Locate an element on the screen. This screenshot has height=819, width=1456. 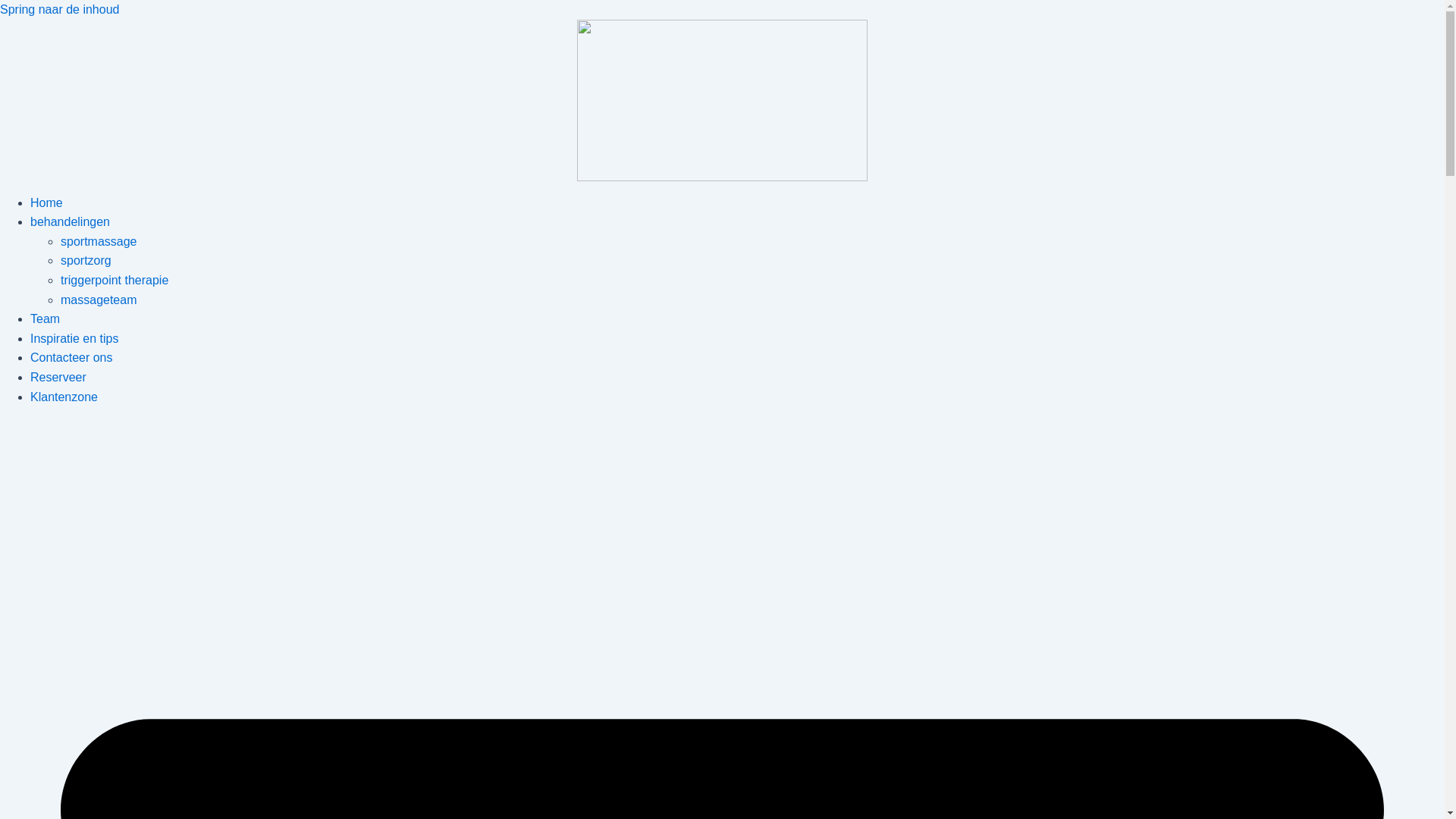
'behandelingen' is located at coordinates (69, 221).